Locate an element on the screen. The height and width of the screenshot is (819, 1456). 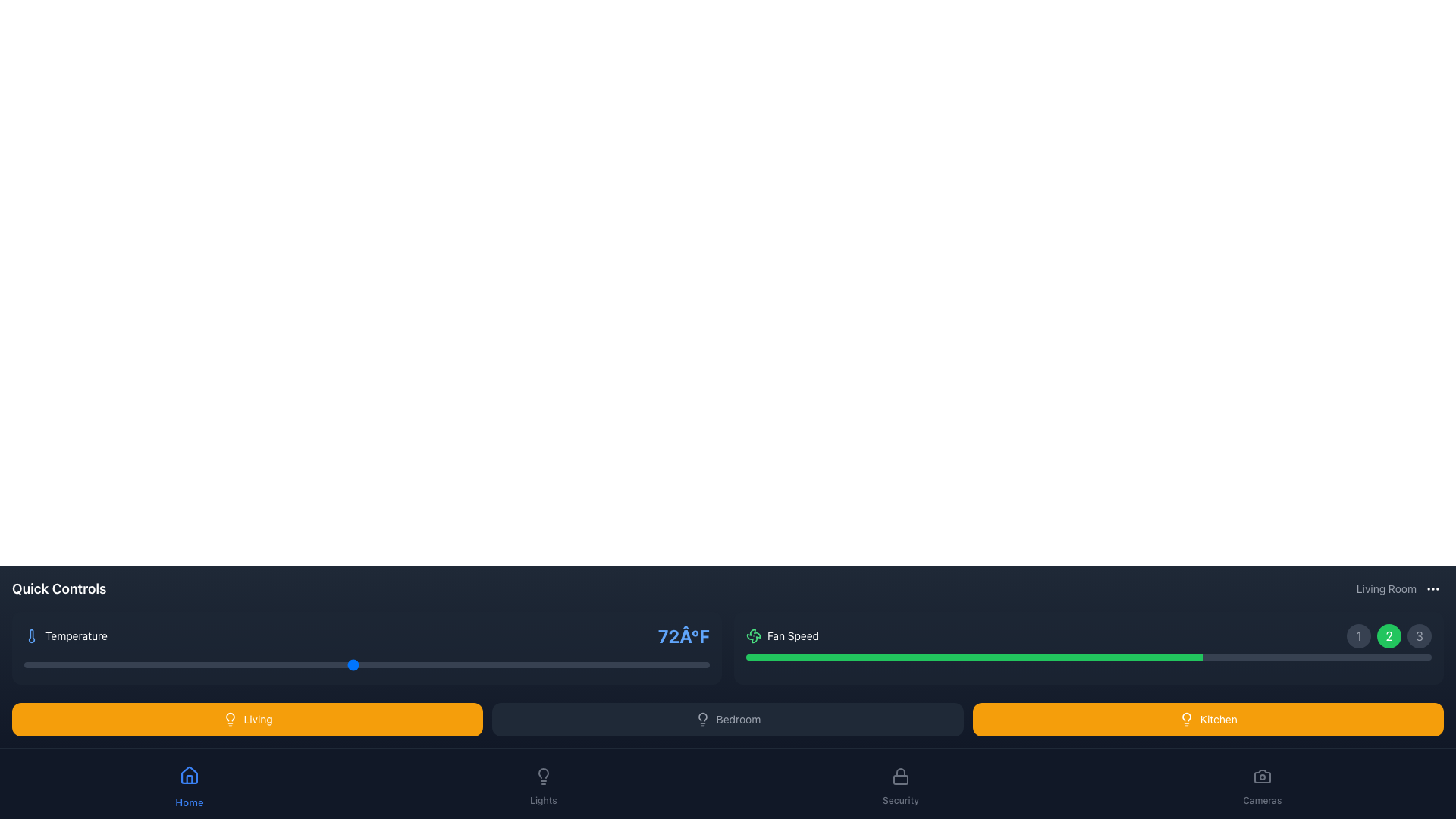
the temperature is located at coordinates (435, 664).